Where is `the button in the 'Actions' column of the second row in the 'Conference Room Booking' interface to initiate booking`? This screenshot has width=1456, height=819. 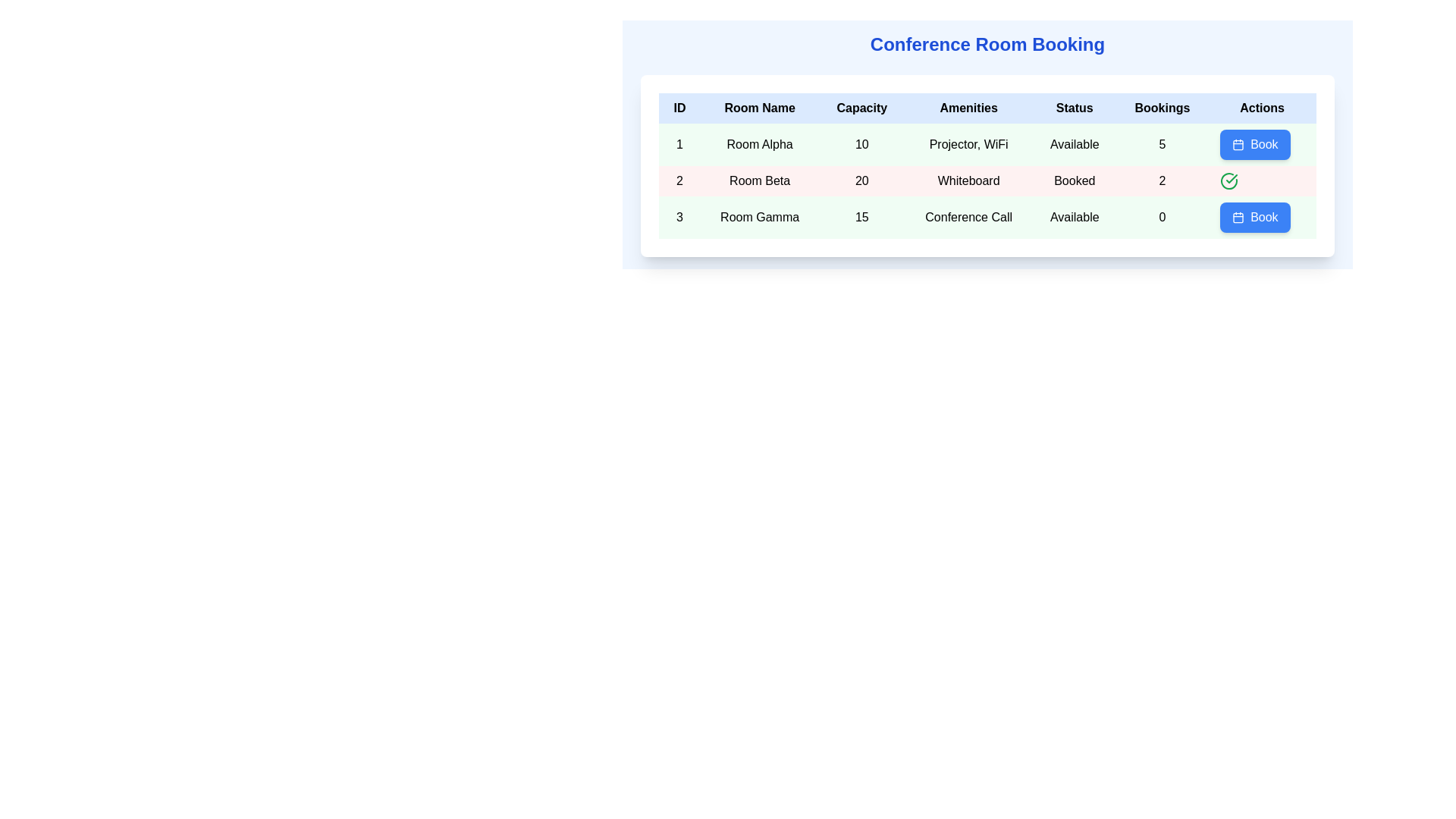
the button in the 'Actions' column of the second row in the 'Conference Room Booking' interface to initiate booking is located at coordinates (1255, 145).